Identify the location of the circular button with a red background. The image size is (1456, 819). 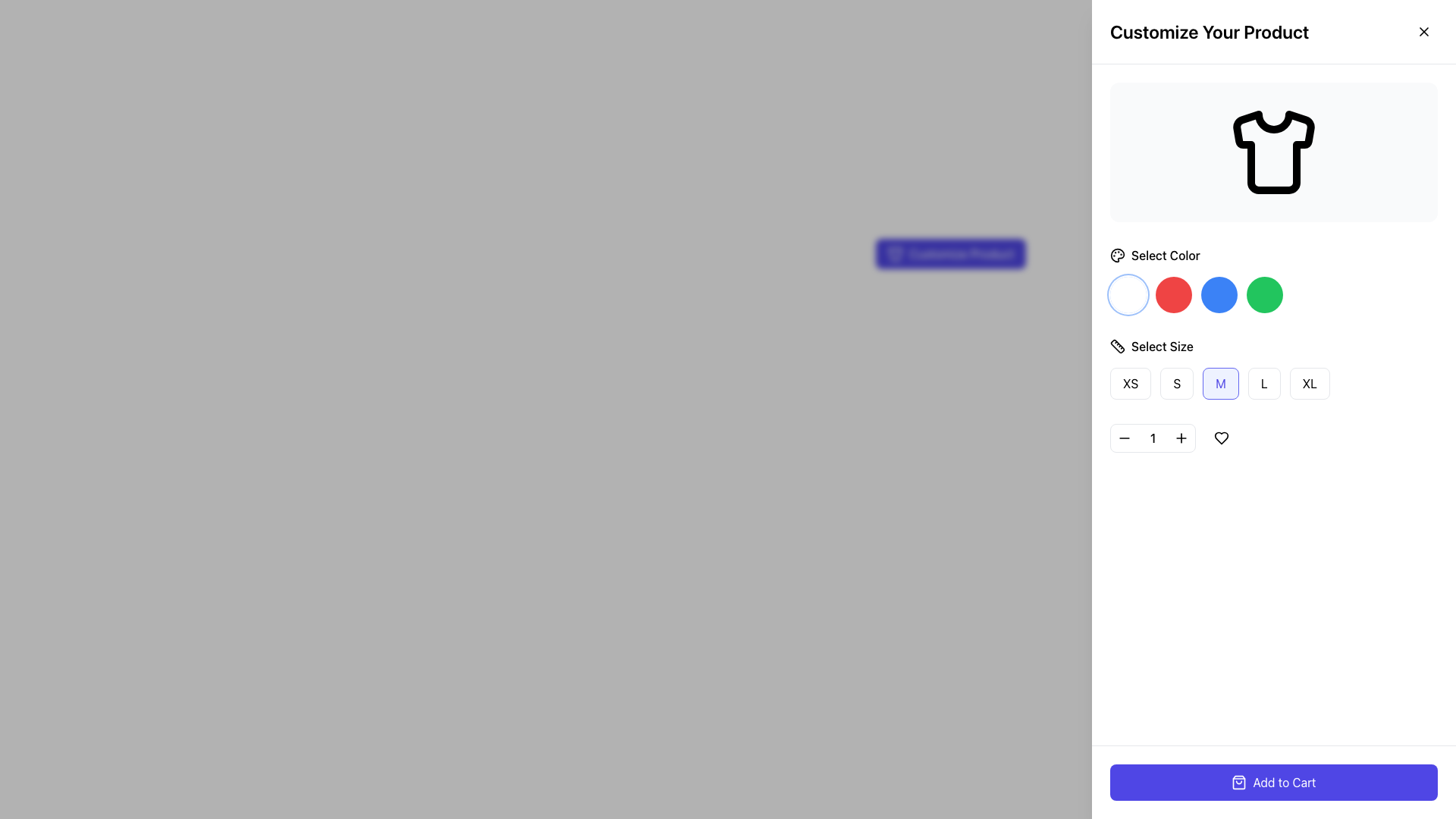
(1173, 295).